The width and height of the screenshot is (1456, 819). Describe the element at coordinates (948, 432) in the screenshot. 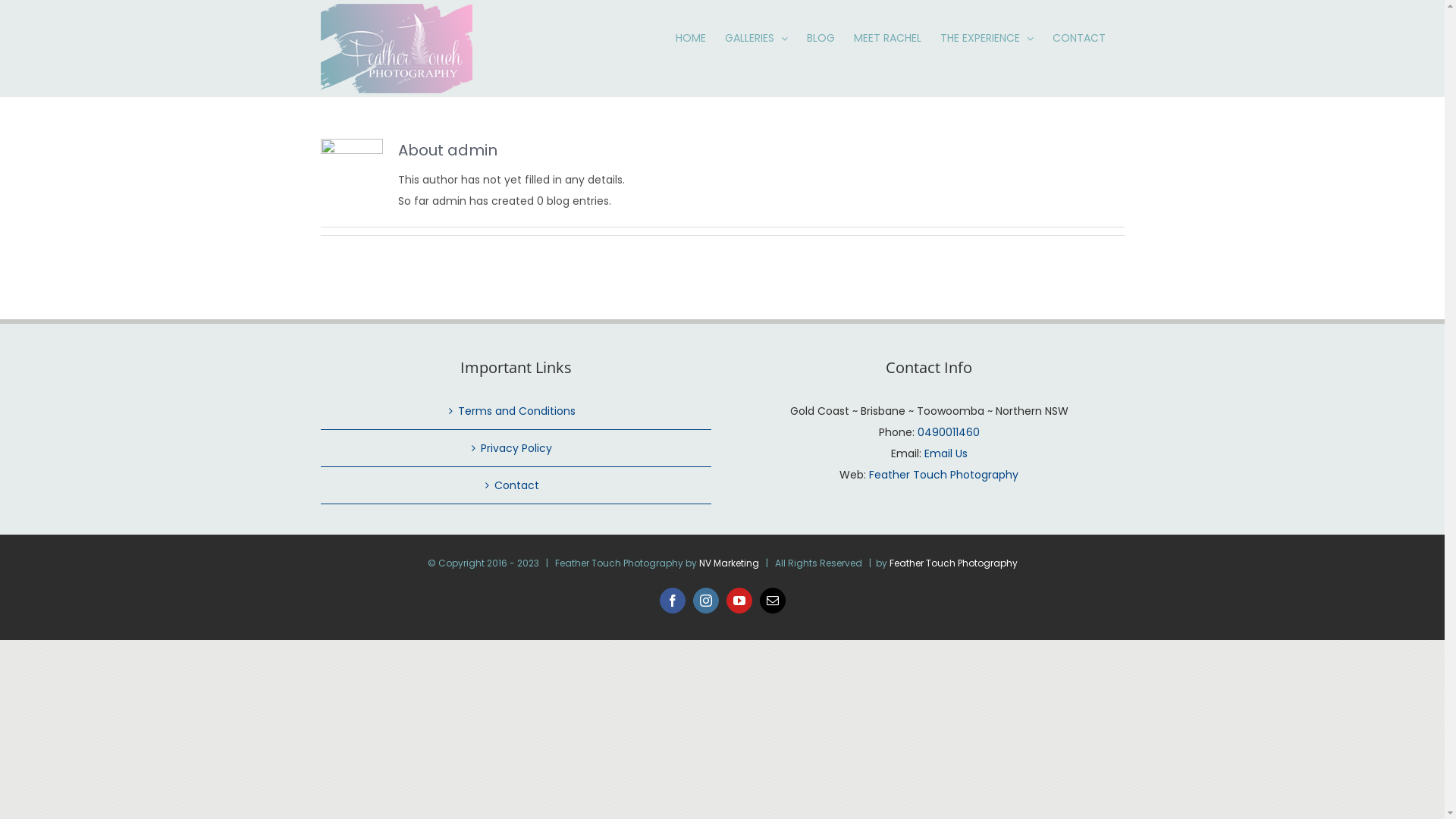

I see `'0490011460'` at that location.